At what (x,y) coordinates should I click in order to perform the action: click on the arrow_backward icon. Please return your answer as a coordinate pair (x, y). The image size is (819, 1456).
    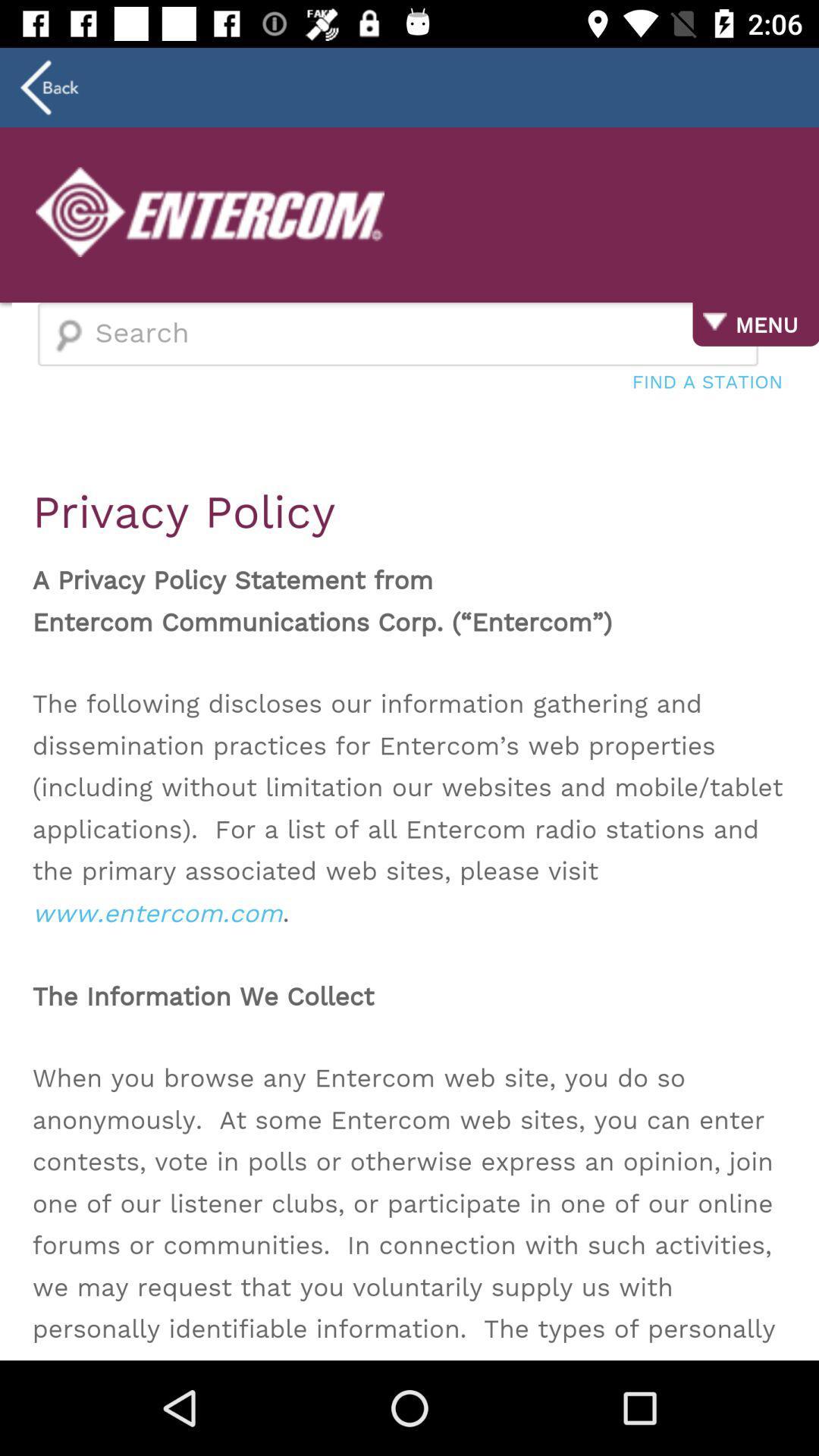
    Looking at the image, I should click on (48, 86).